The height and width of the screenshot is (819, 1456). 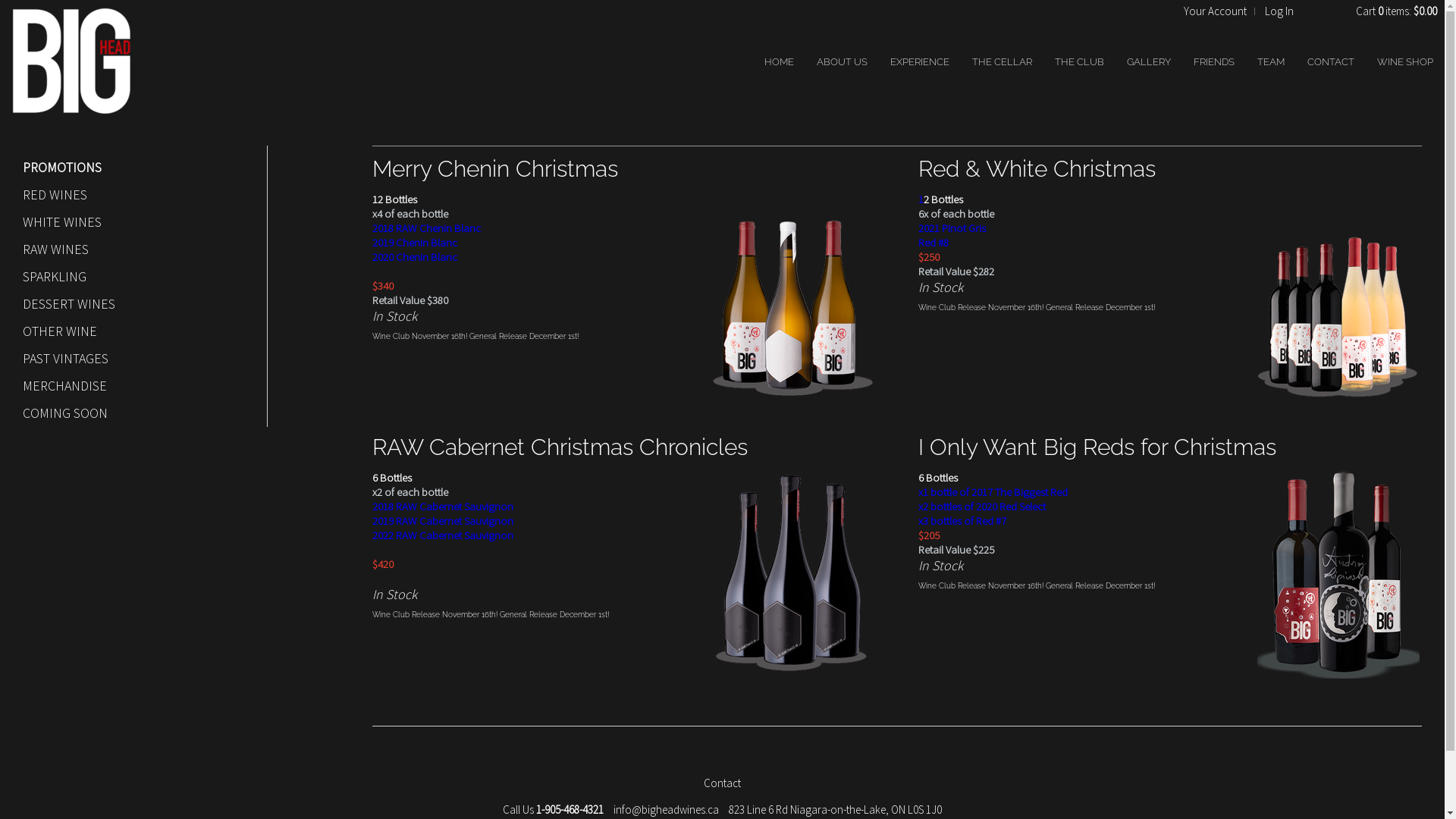 I want to click on 'WINE SHOP', so click(x=1376, y=61).